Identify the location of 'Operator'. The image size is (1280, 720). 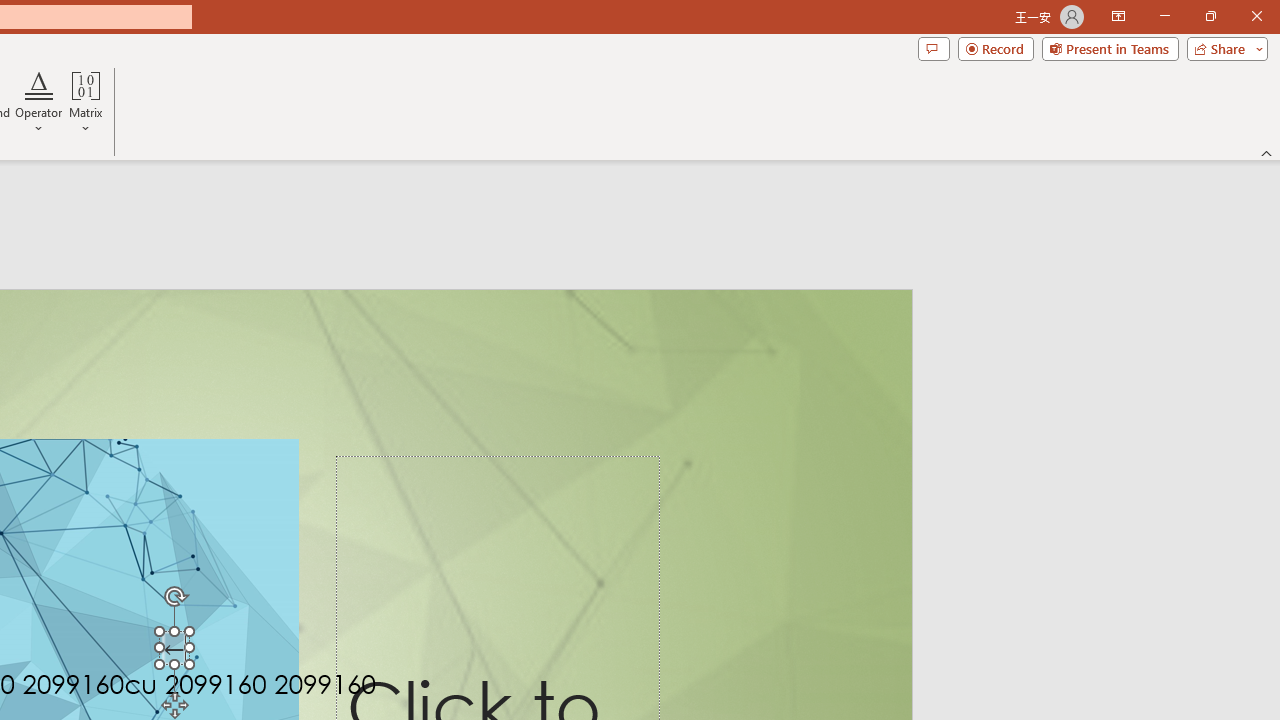
(39, 103).